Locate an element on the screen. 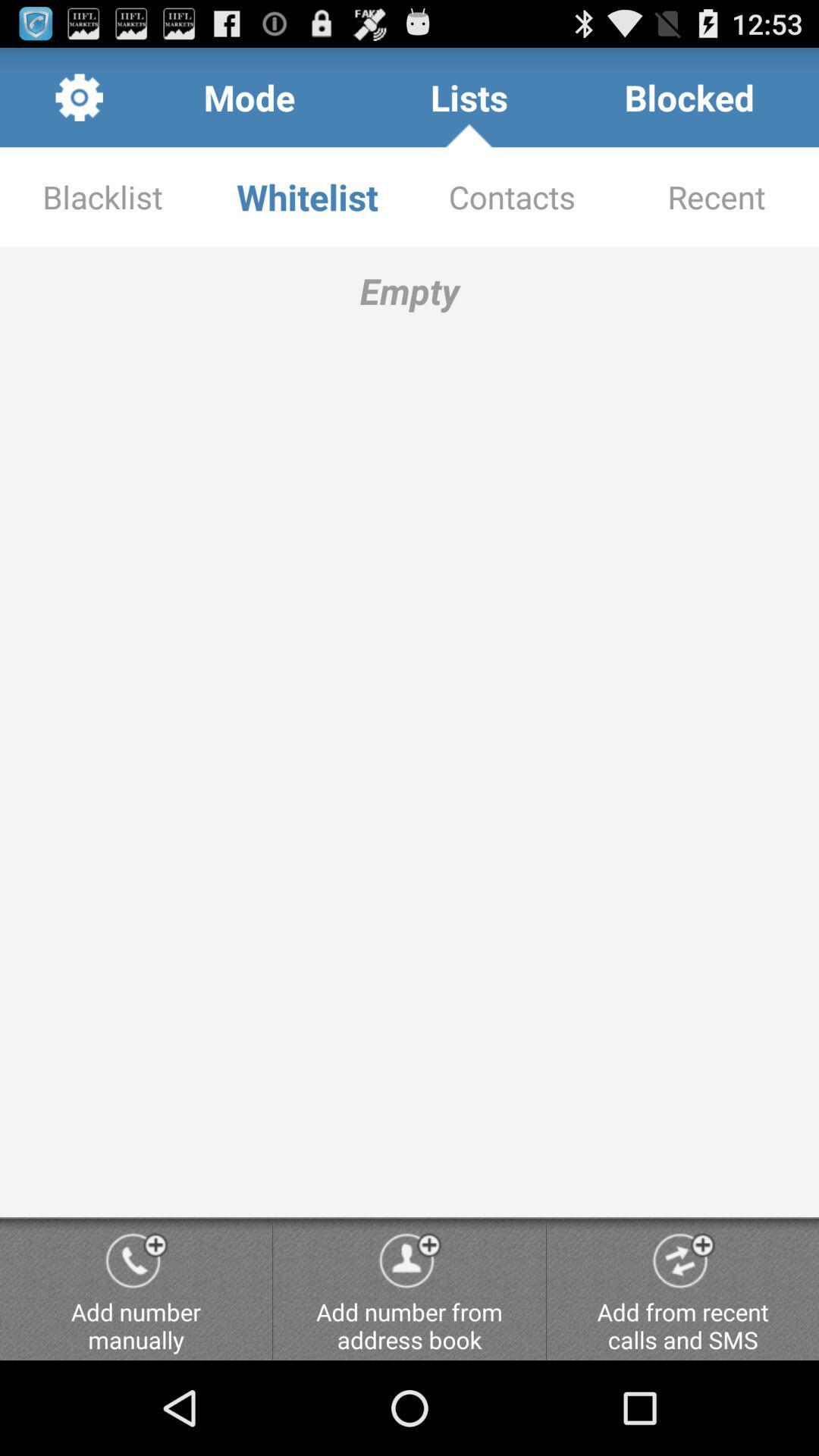 The image size is (819, 1456). the icon at the center is located at coordinates (409, 732).